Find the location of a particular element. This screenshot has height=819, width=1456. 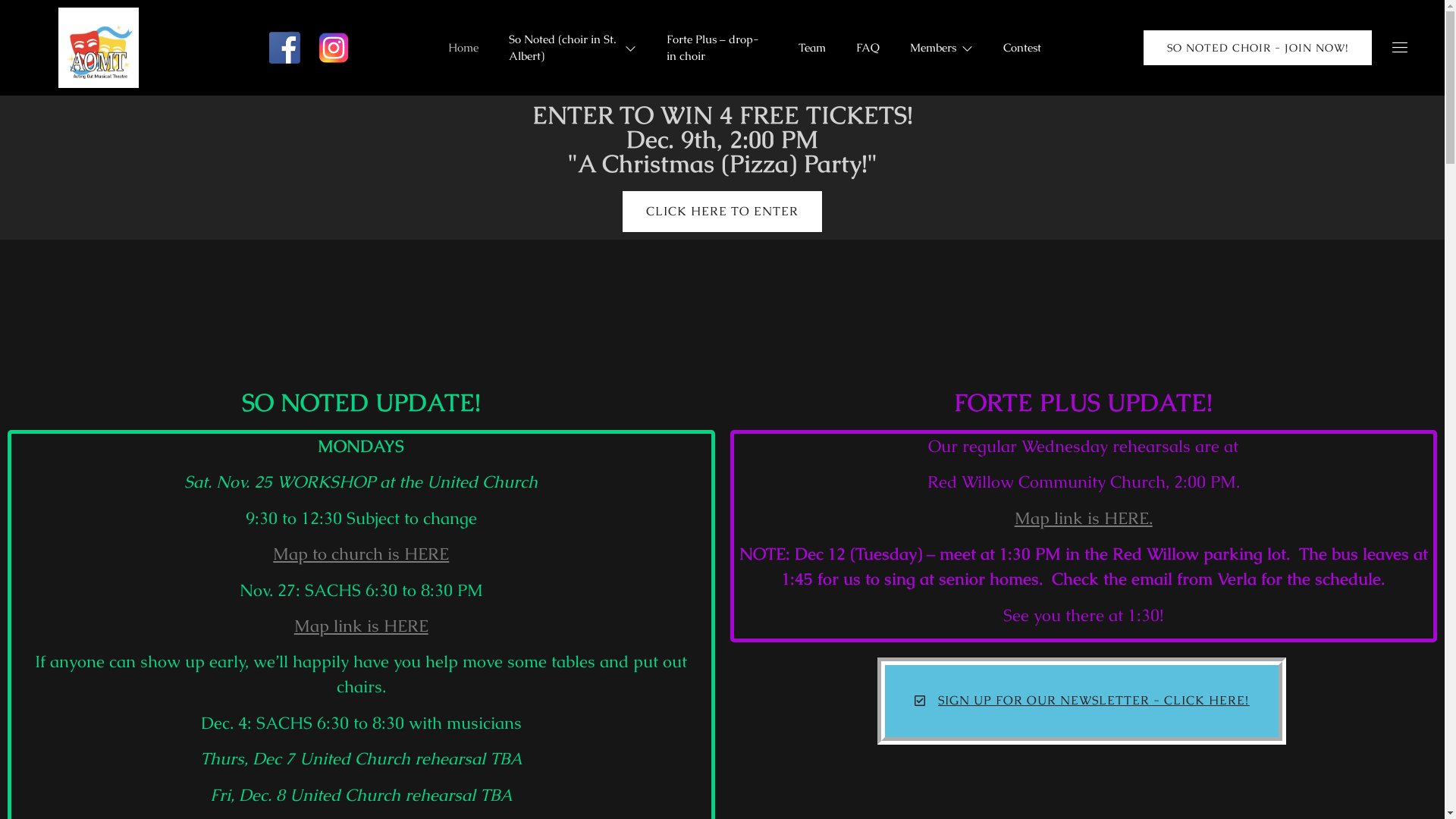

'Team' is located at coordinates (811, 46).